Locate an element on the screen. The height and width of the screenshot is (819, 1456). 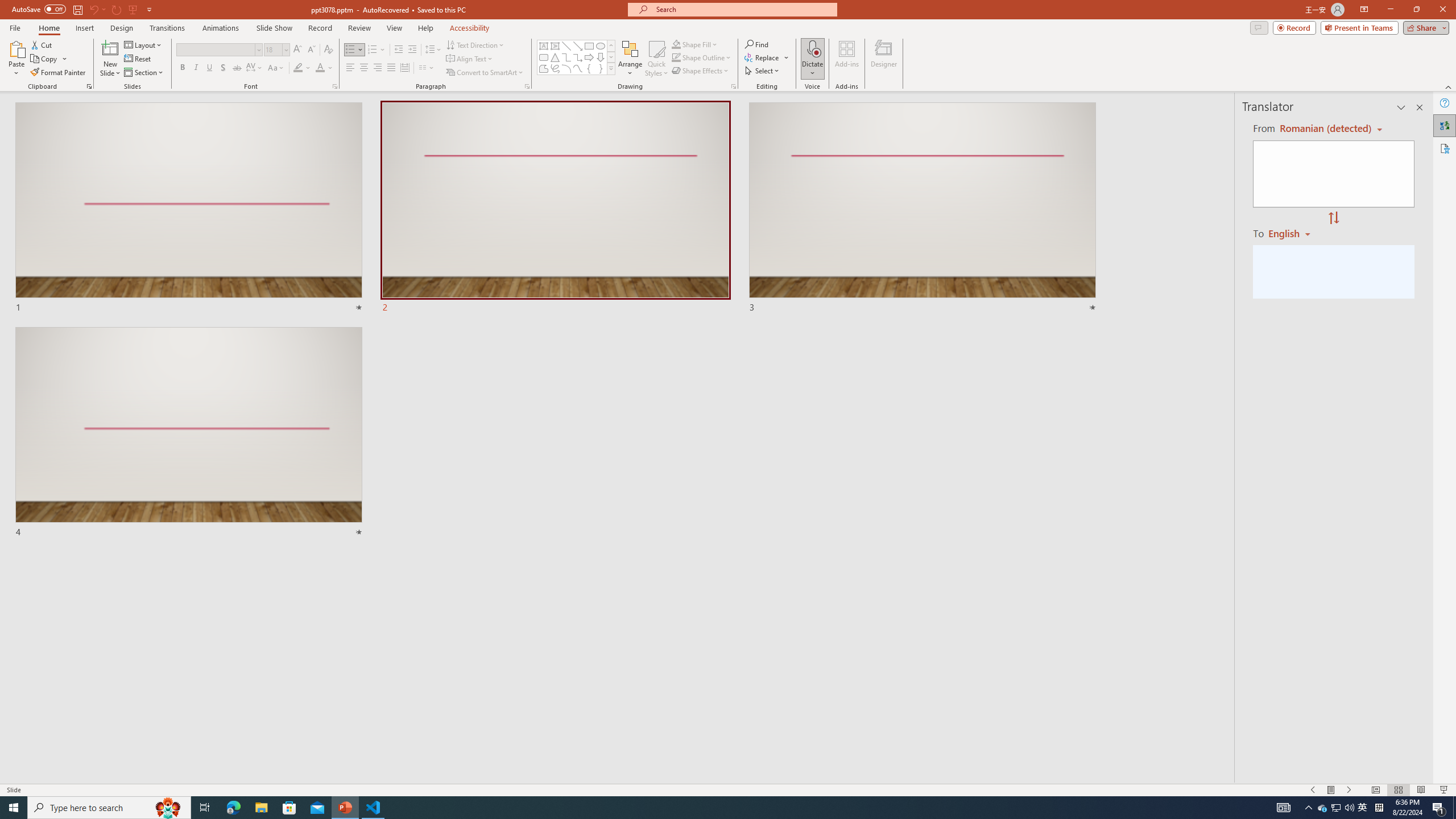
'Design' is located at coordinates (122, 28).